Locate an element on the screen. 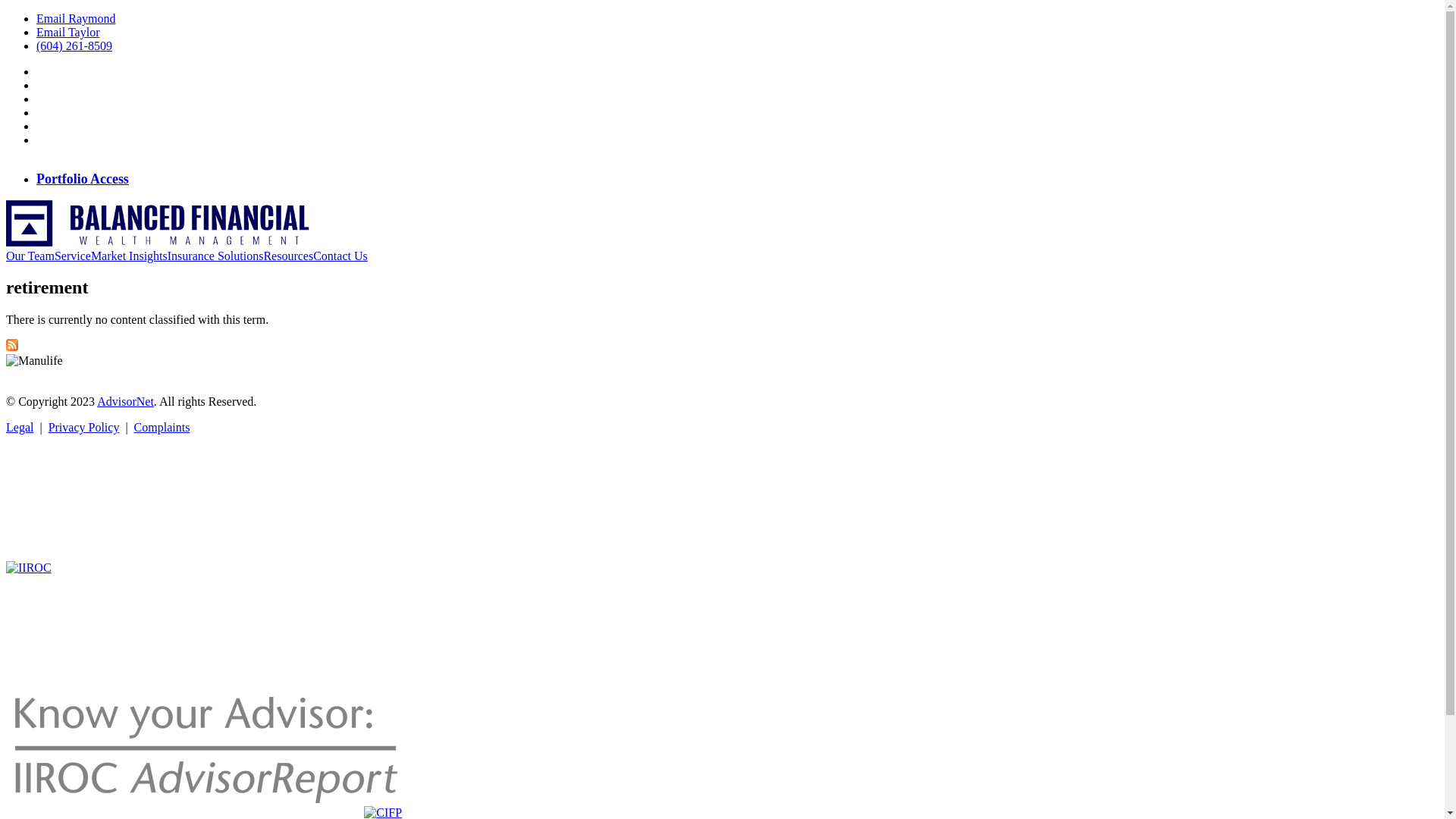  'Subscribe to RSS - retirement' is located at coordinates (11, 347).